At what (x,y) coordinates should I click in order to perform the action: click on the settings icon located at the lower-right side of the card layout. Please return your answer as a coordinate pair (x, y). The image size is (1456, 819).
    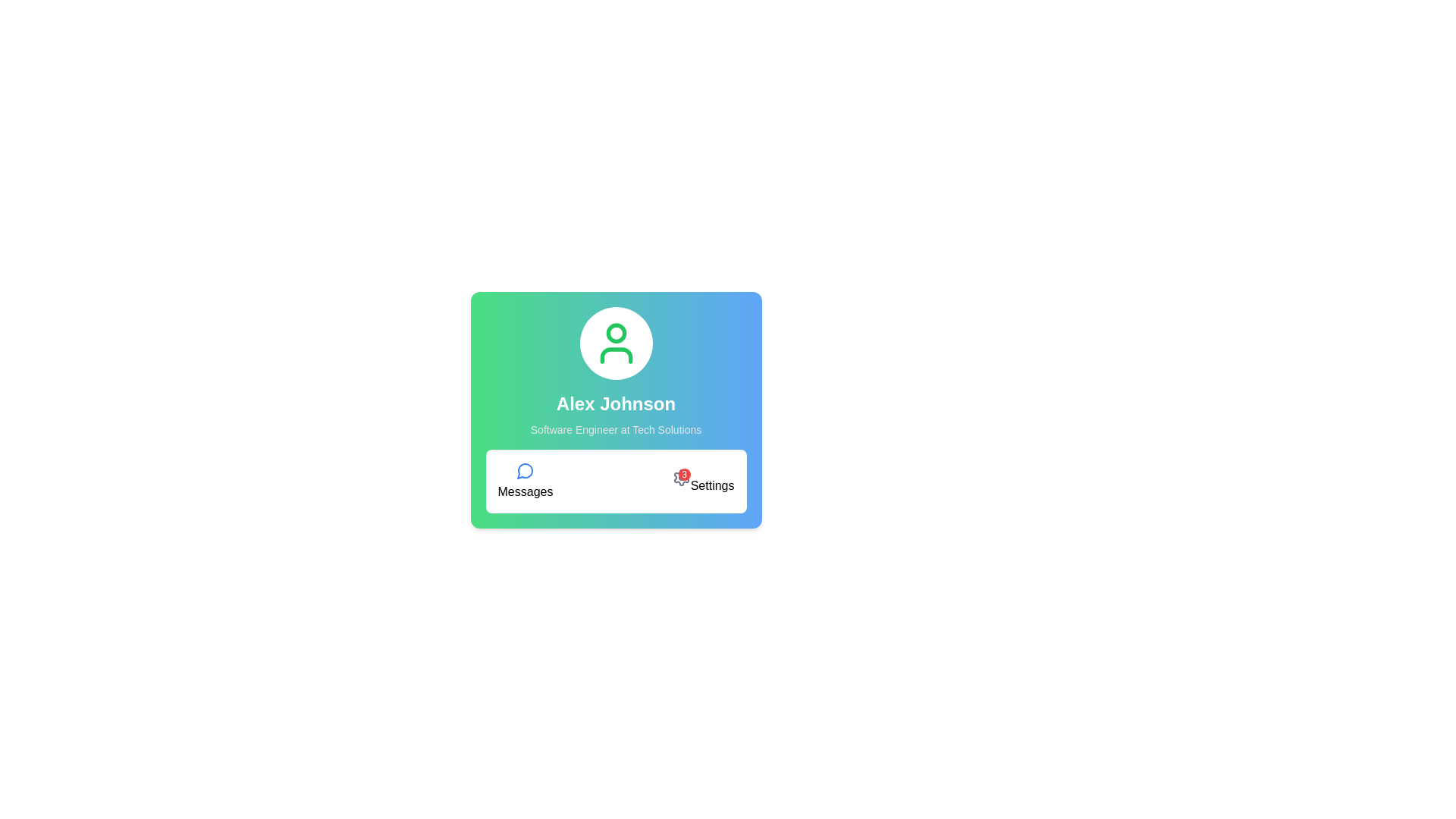
    Looking at the image, I should click on (680, 476).